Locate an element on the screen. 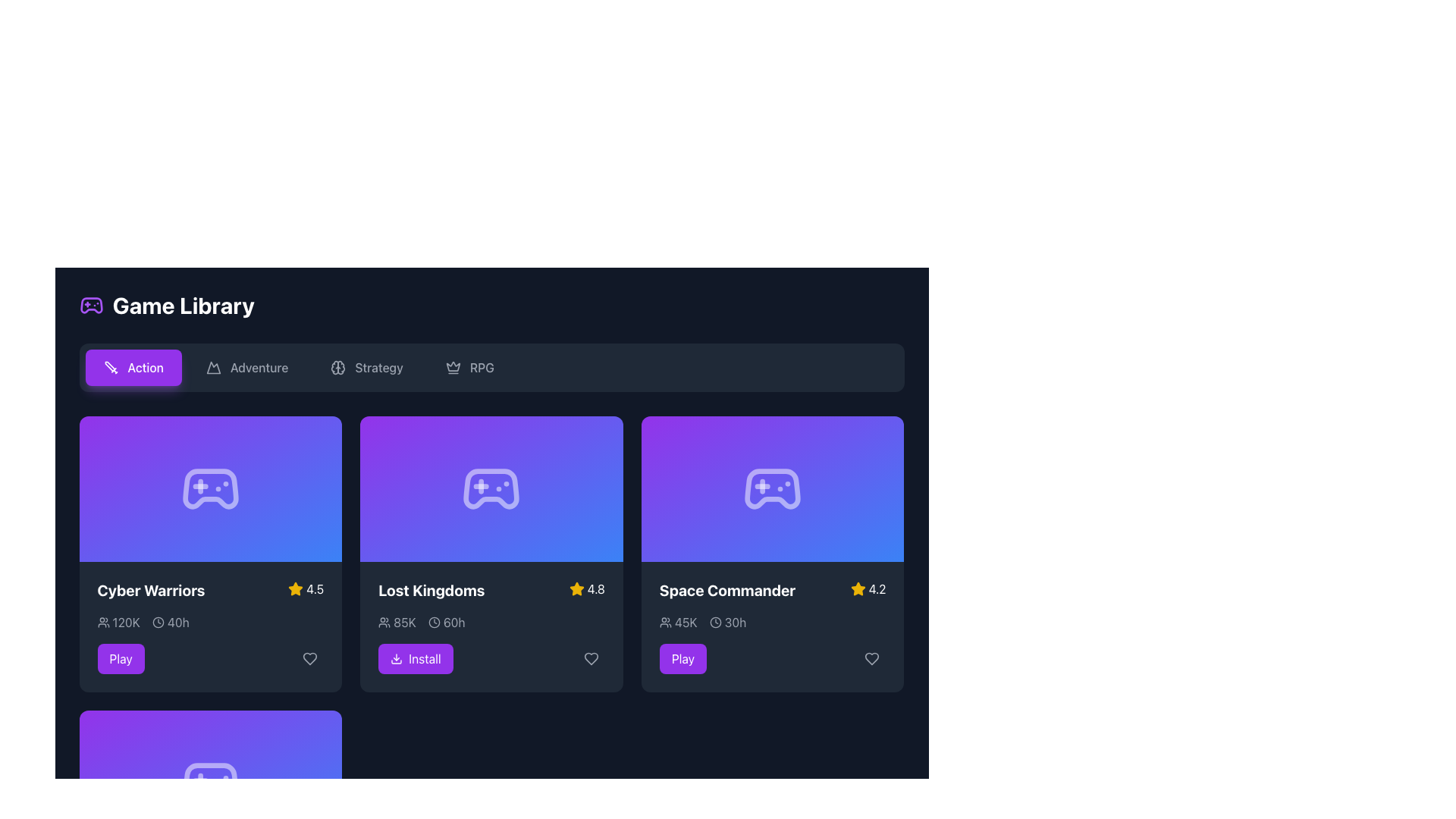  the category filter button for 'Action' games located below the 'Game Library' title to filter the list for 'Action' games is located at coordinates (133, 368).